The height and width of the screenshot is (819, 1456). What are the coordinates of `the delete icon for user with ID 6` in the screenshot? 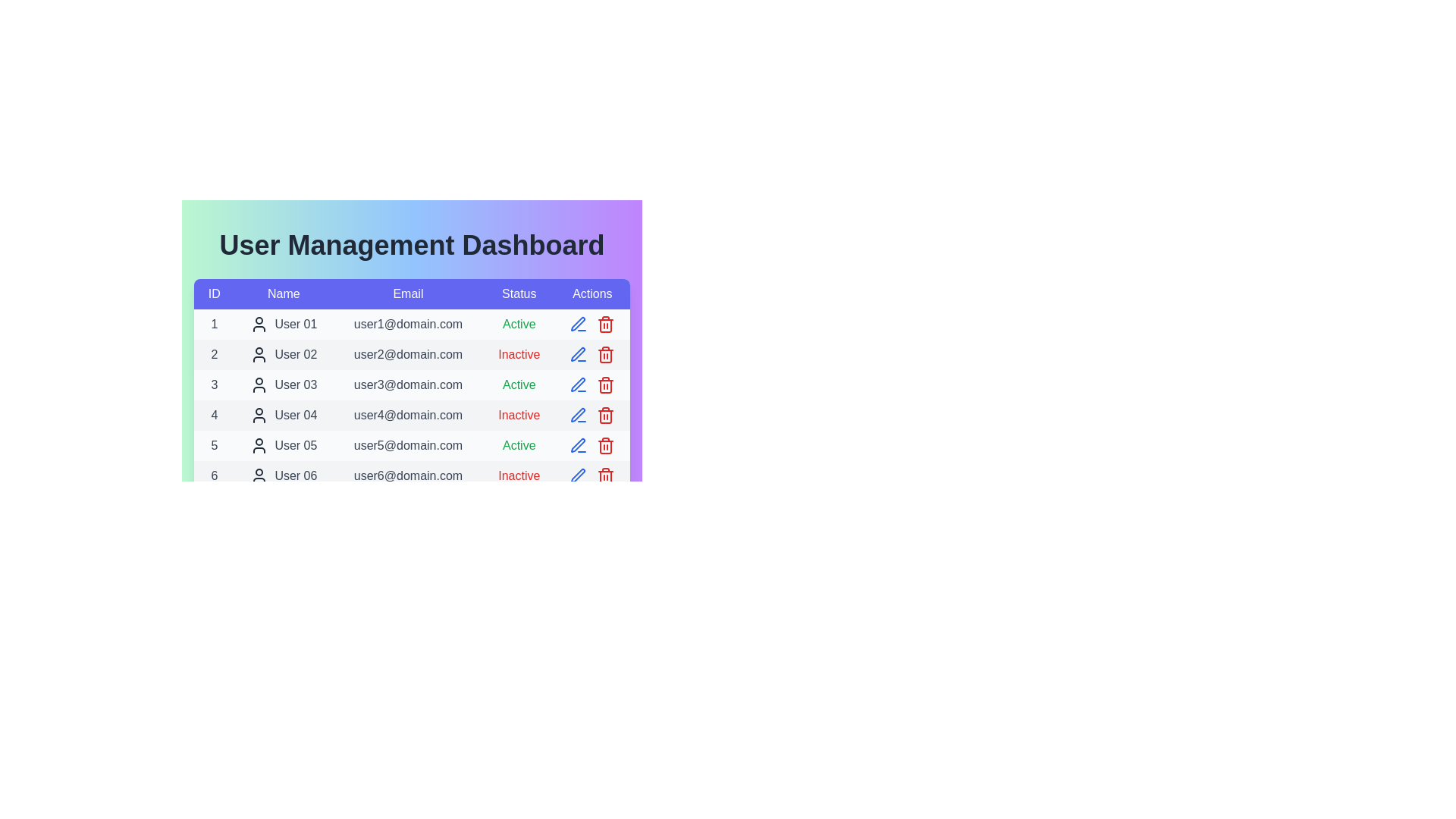 It's located at (605, 475).